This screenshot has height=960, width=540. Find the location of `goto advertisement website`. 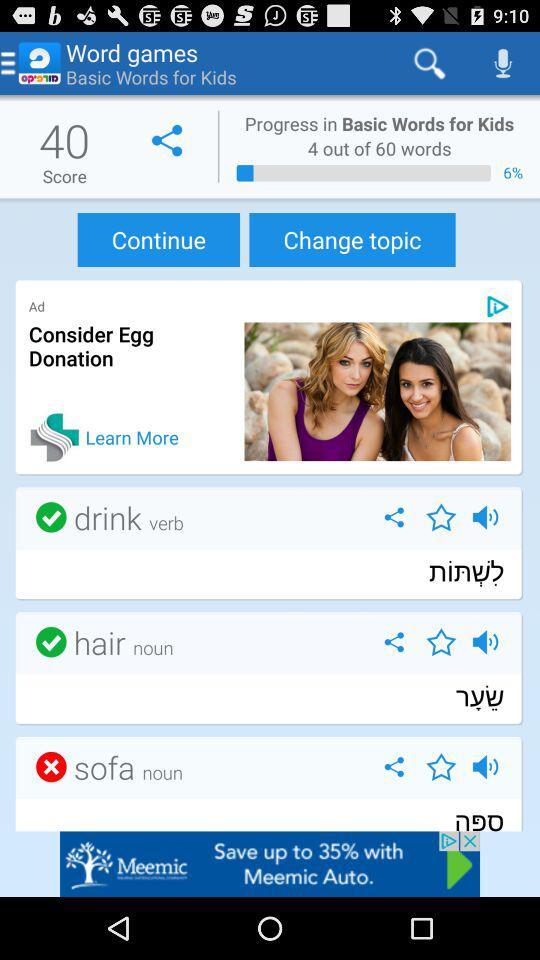

goto advertisement website is located at coordinates (270, 863).